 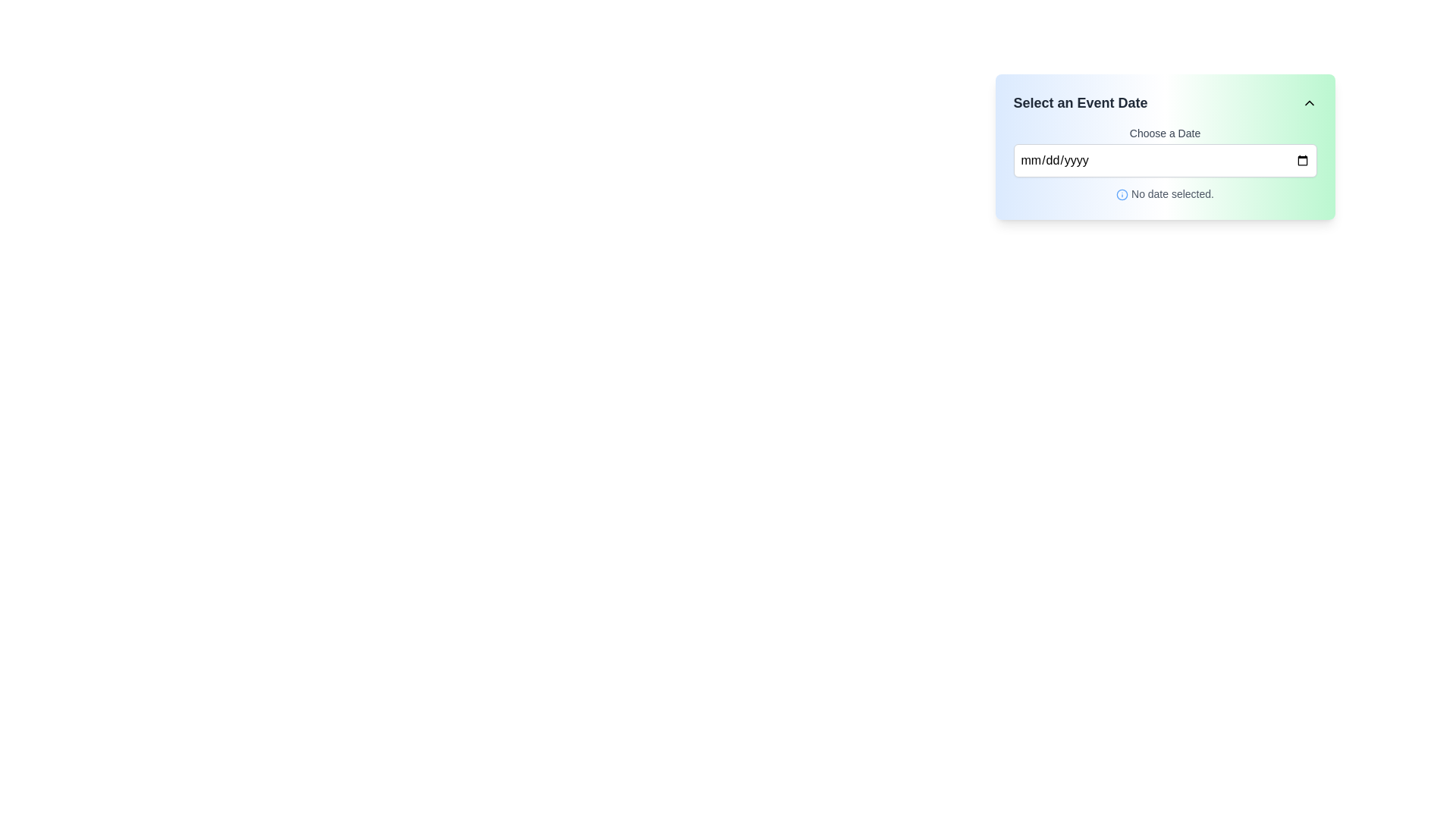 What do you see at coordinates (1122, 194) in the screenshot?
I see `the circular icon with a light blue outline located to the left of the text 'No date selected.' in the date selection interface` at bounding box center [1122, 194].